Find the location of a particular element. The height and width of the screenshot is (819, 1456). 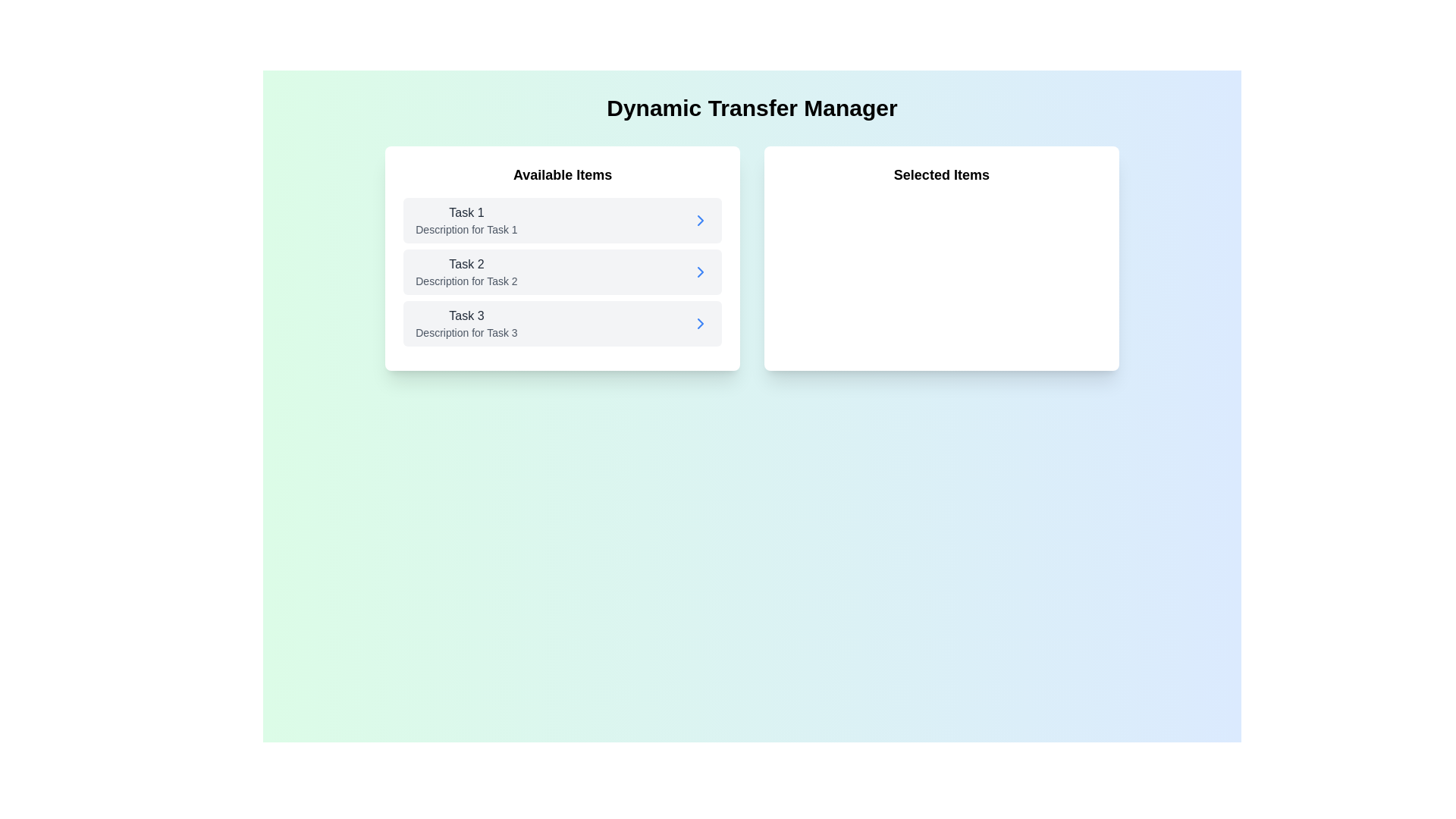

the second item in the list of 'Available Items' is located at coordinates (562, 271).